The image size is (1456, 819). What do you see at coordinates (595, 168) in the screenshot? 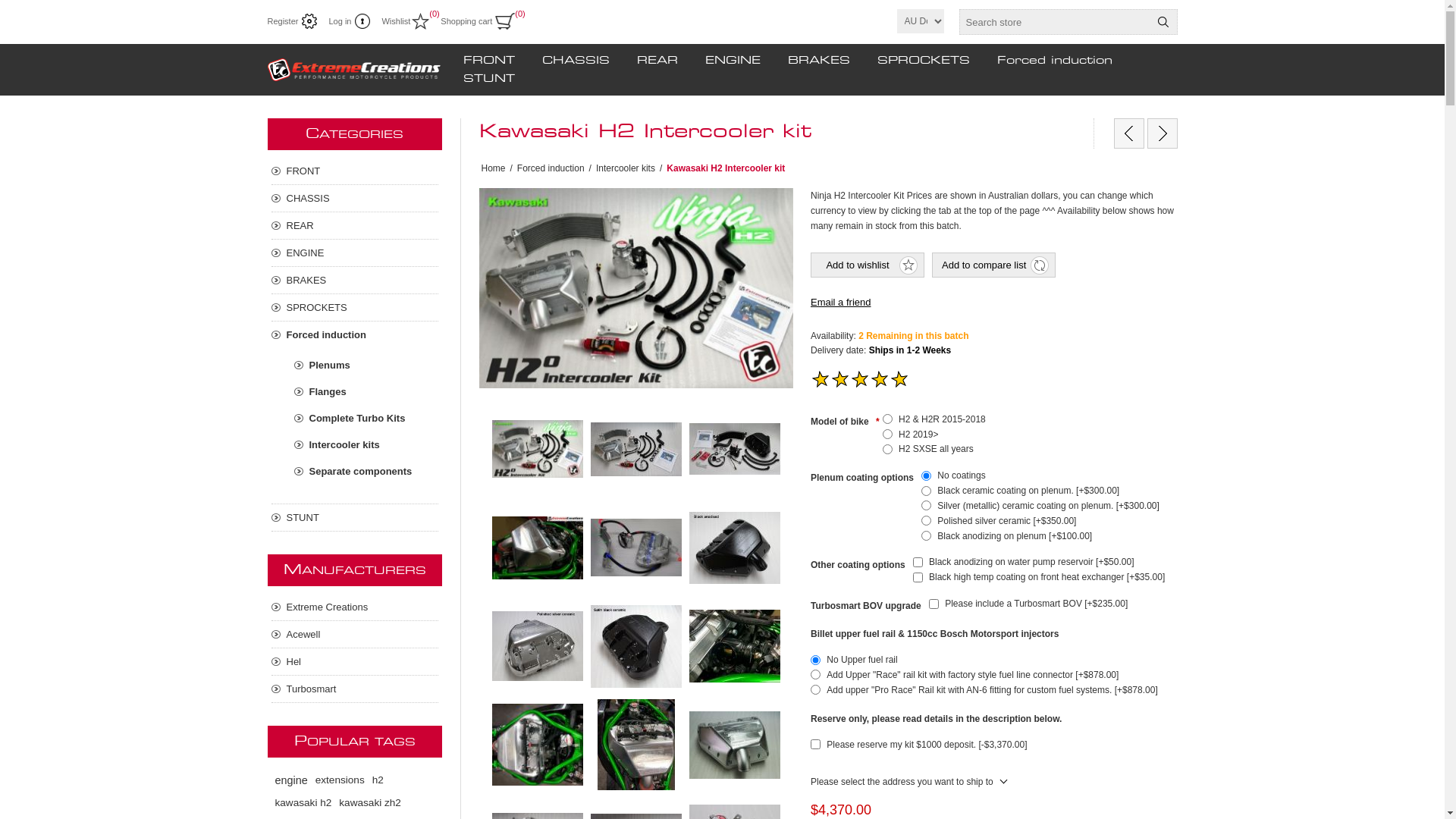
I see `'Intercooler kits'` at bounding box center [595, 168].